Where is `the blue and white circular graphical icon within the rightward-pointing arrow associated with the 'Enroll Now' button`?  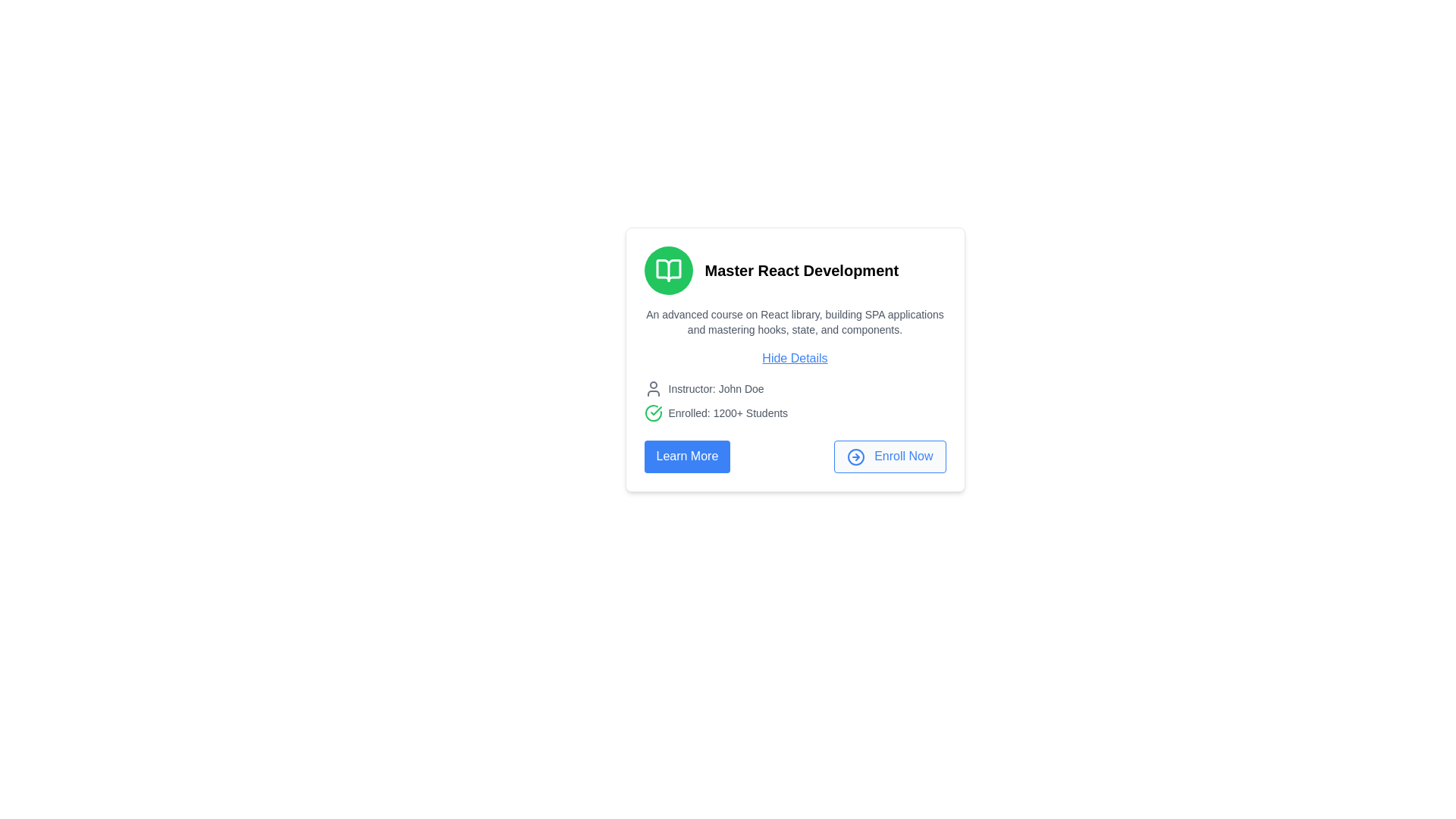 the blue and white circular graphical icon within the rightward-pointing arrow associated with the 'Enroll Now' button is located at coordinates (855, 456).